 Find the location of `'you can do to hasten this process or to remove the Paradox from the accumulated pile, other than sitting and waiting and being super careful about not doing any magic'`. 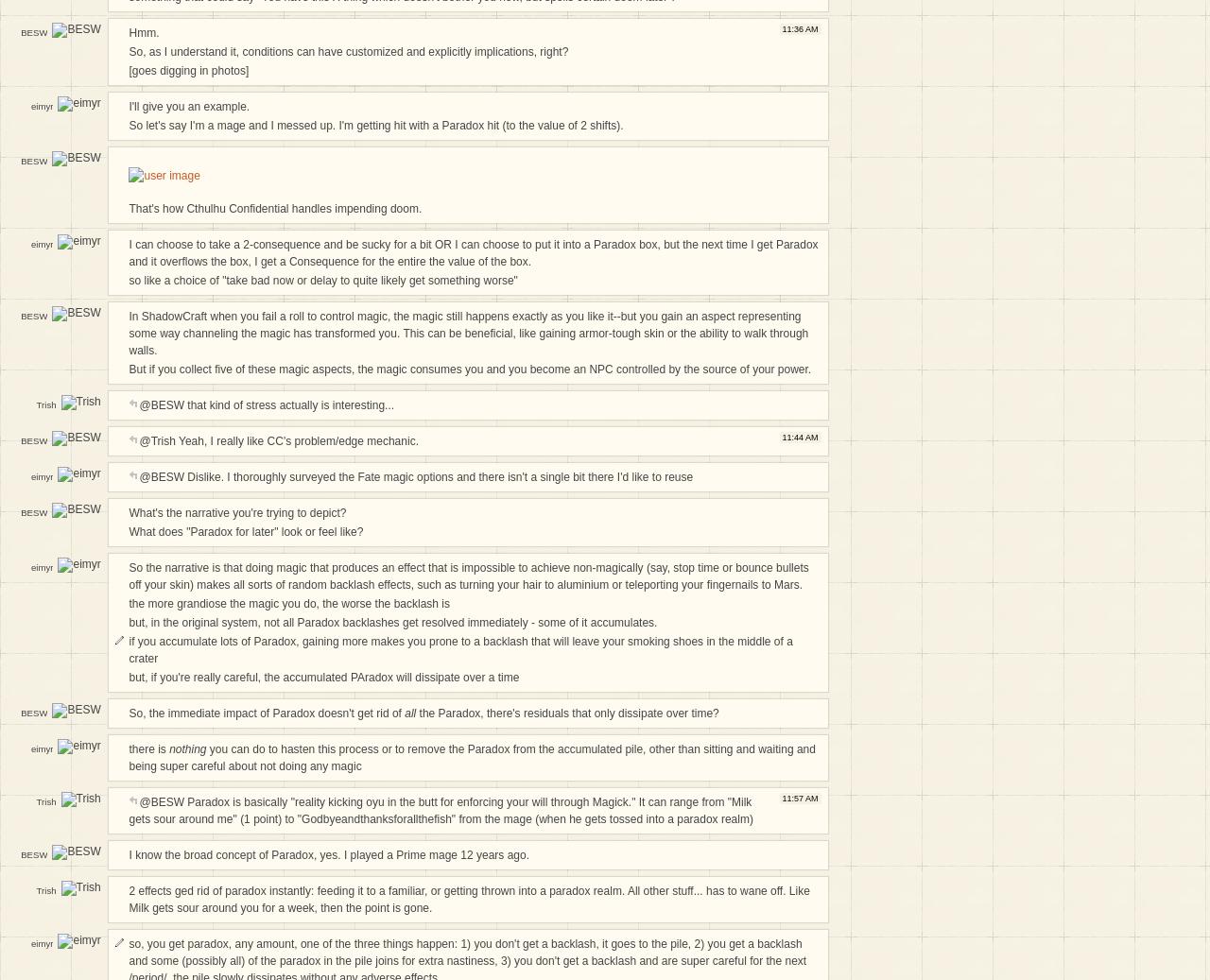

'you can do to hasten this process or to remove the Paradox from the accumulated pile, other than sitting and waiting and being super careful about not doing any magic' is located at coordinates (471, 758).